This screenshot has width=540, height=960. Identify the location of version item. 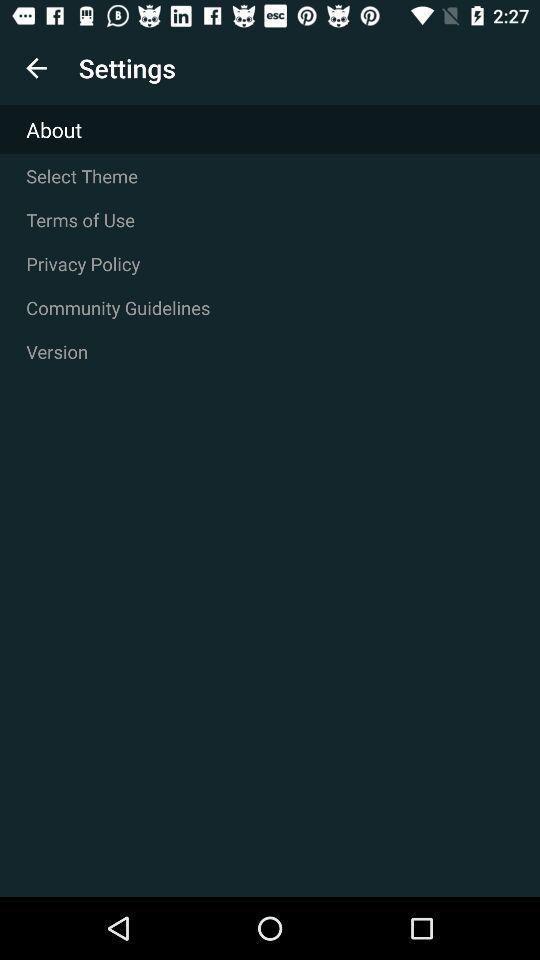
(270, 351).